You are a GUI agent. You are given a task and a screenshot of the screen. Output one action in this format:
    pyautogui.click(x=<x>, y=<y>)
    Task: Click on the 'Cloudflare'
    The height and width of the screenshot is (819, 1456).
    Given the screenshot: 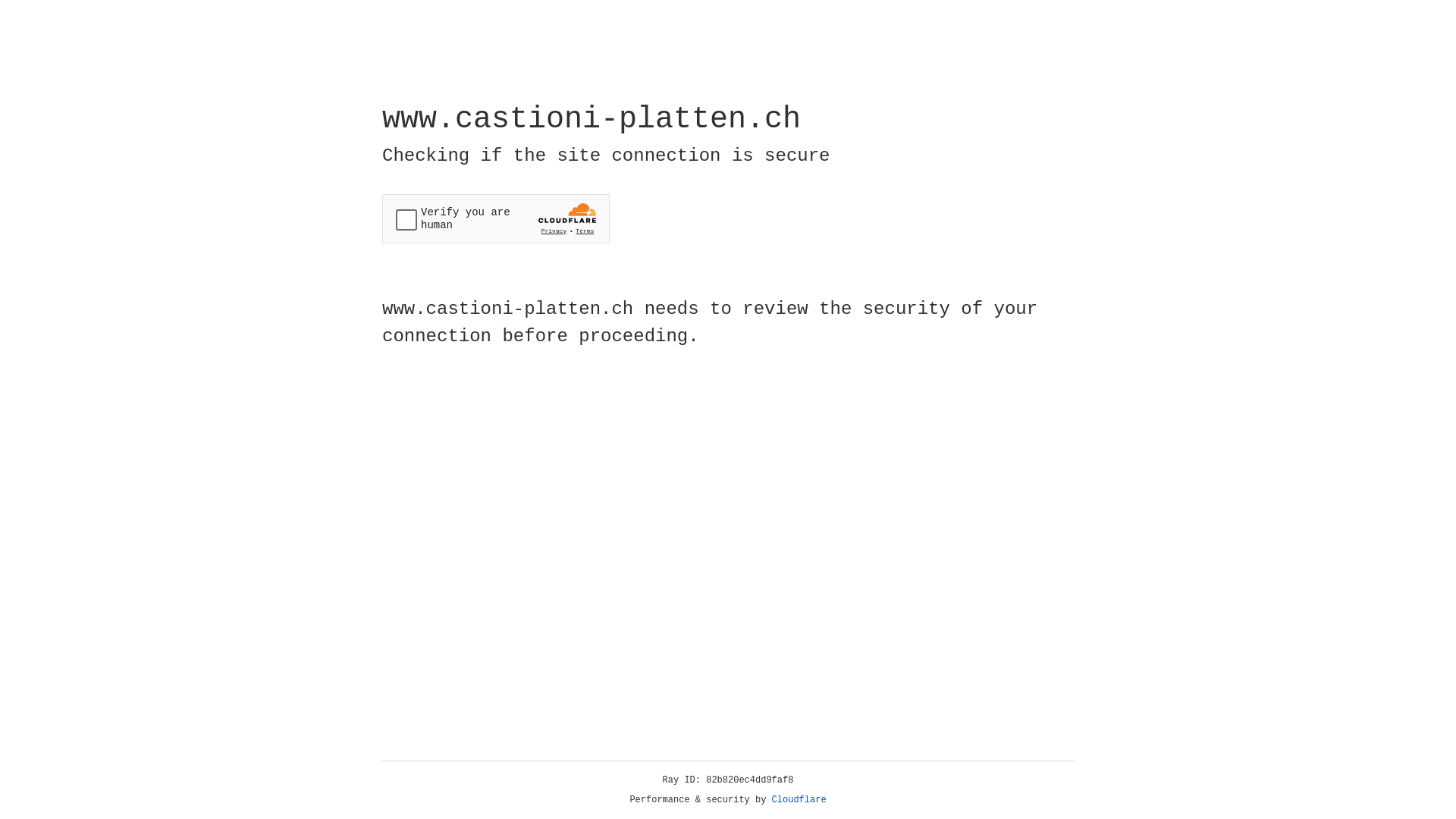 What is the action you would take?
    pyautogui.click(x=799, y=799)
    